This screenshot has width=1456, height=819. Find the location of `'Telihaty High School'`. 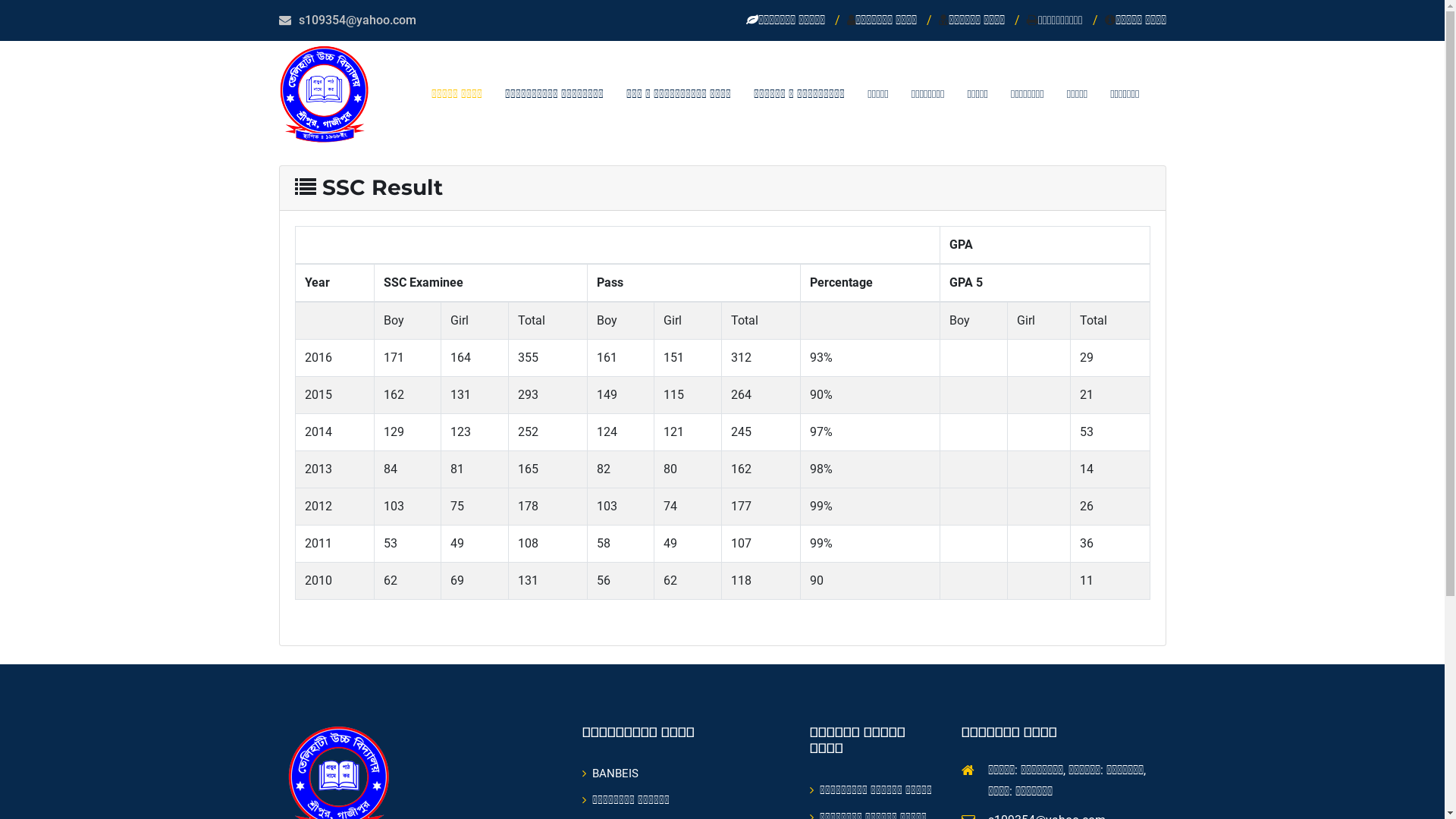

'Telihaty High School' is located at coordinates (323, 93).